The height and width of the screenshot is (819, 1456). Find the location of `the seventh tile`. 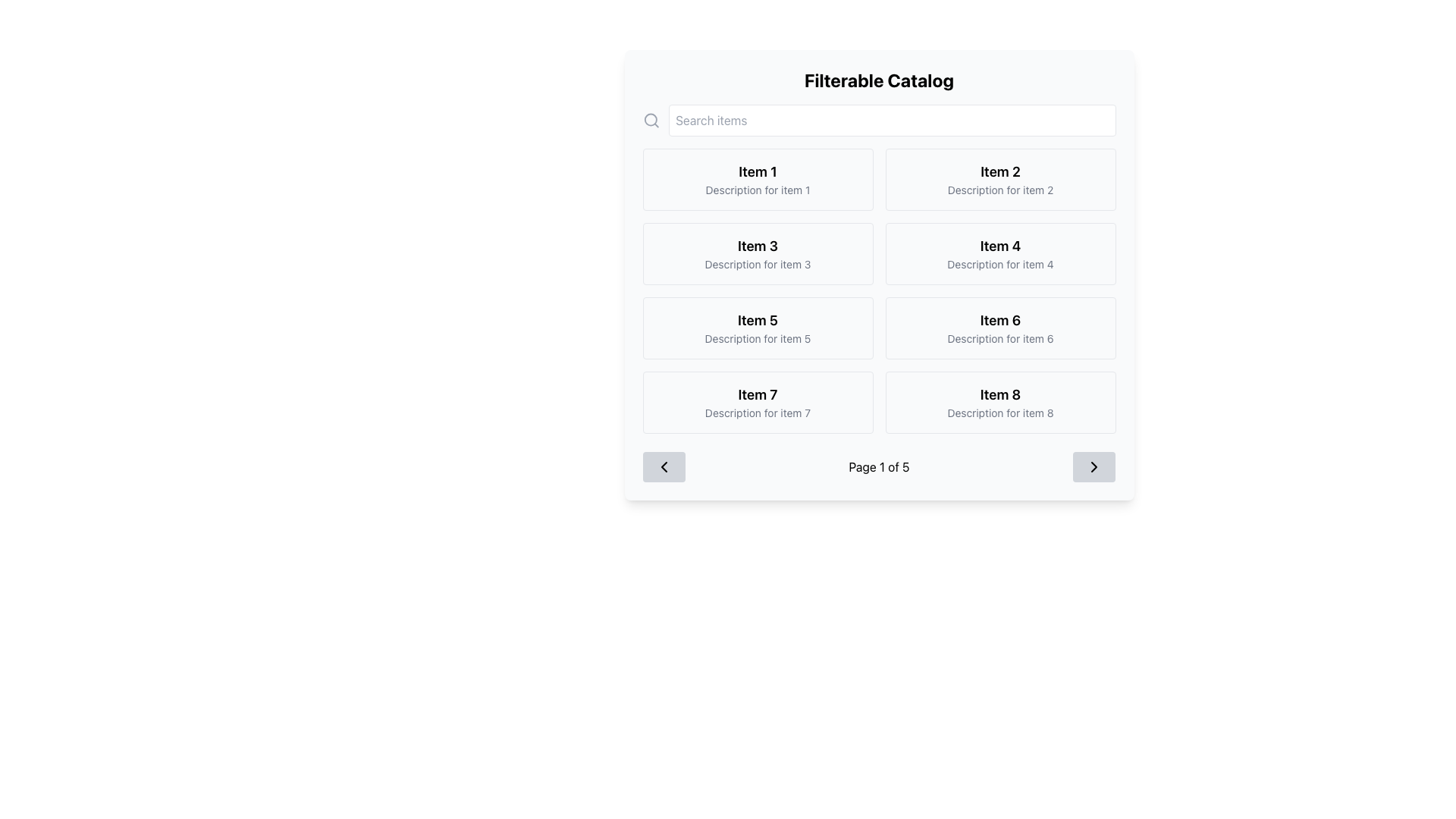

the seventh tile is located at coordinates (758, 402).